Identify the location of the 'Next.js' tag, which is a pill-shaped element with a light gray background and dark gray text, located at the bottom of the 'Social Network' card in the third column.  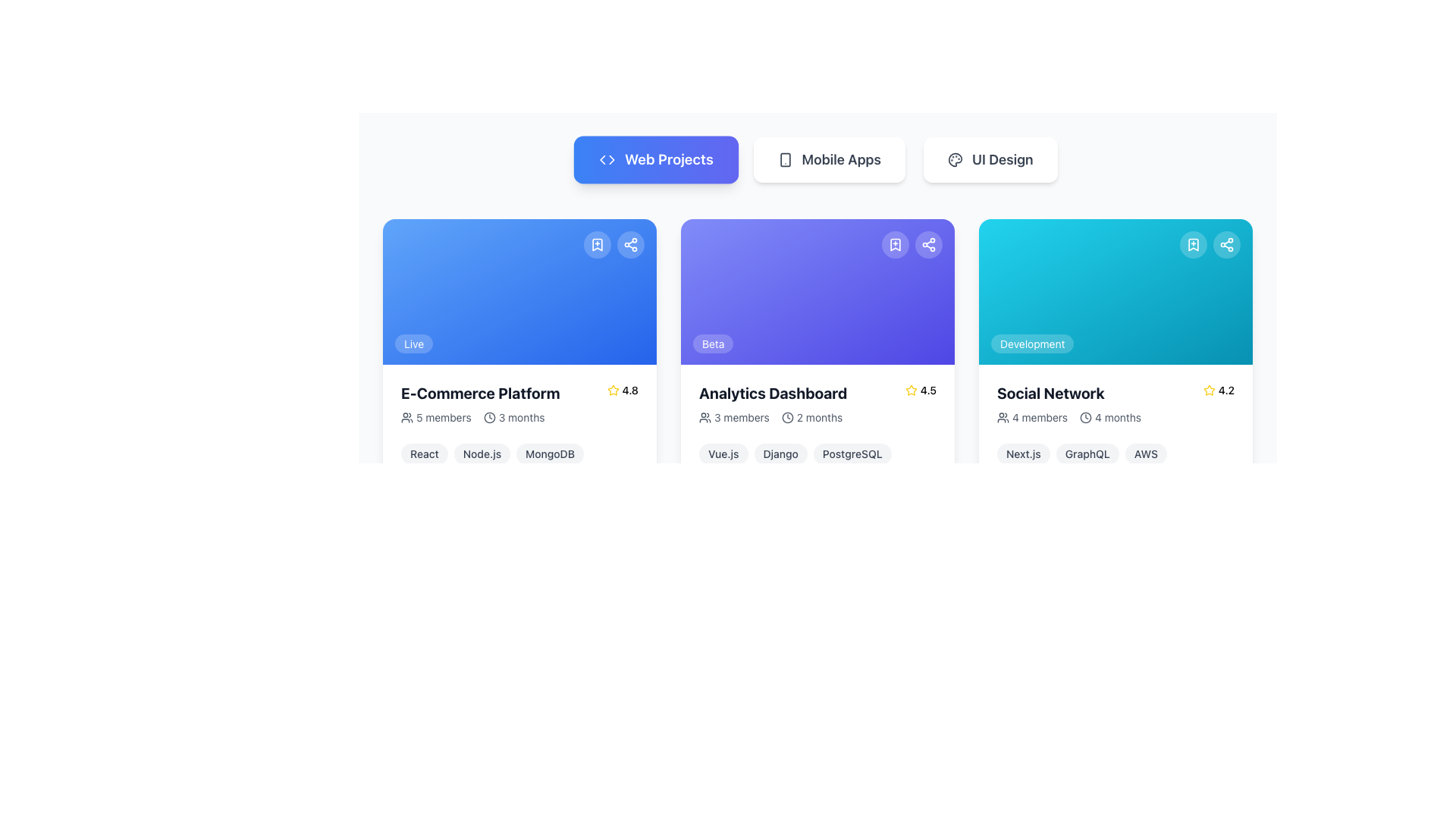
(1023, 453).